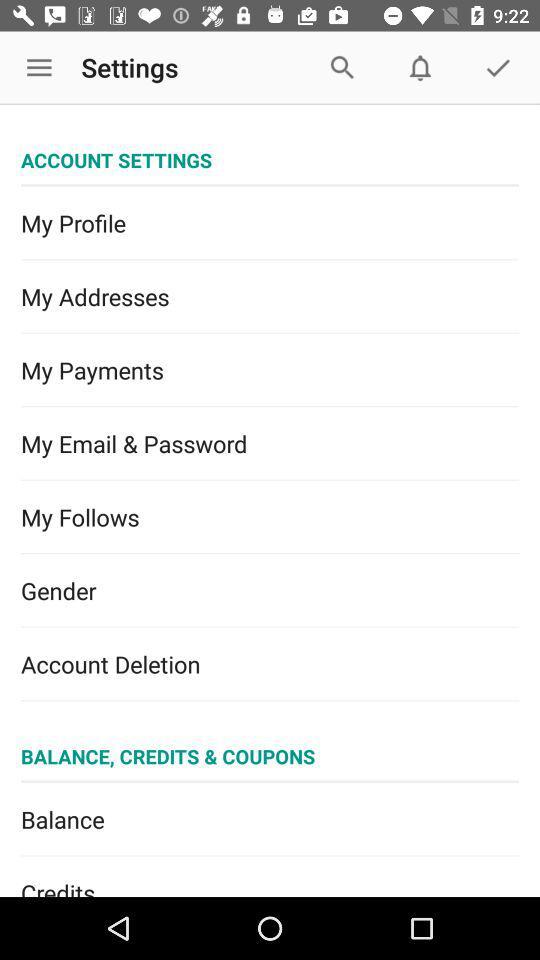  Describe the element at coordinates (270, 590) in the screenshot. I see `the icon below my follows icon` at that location.